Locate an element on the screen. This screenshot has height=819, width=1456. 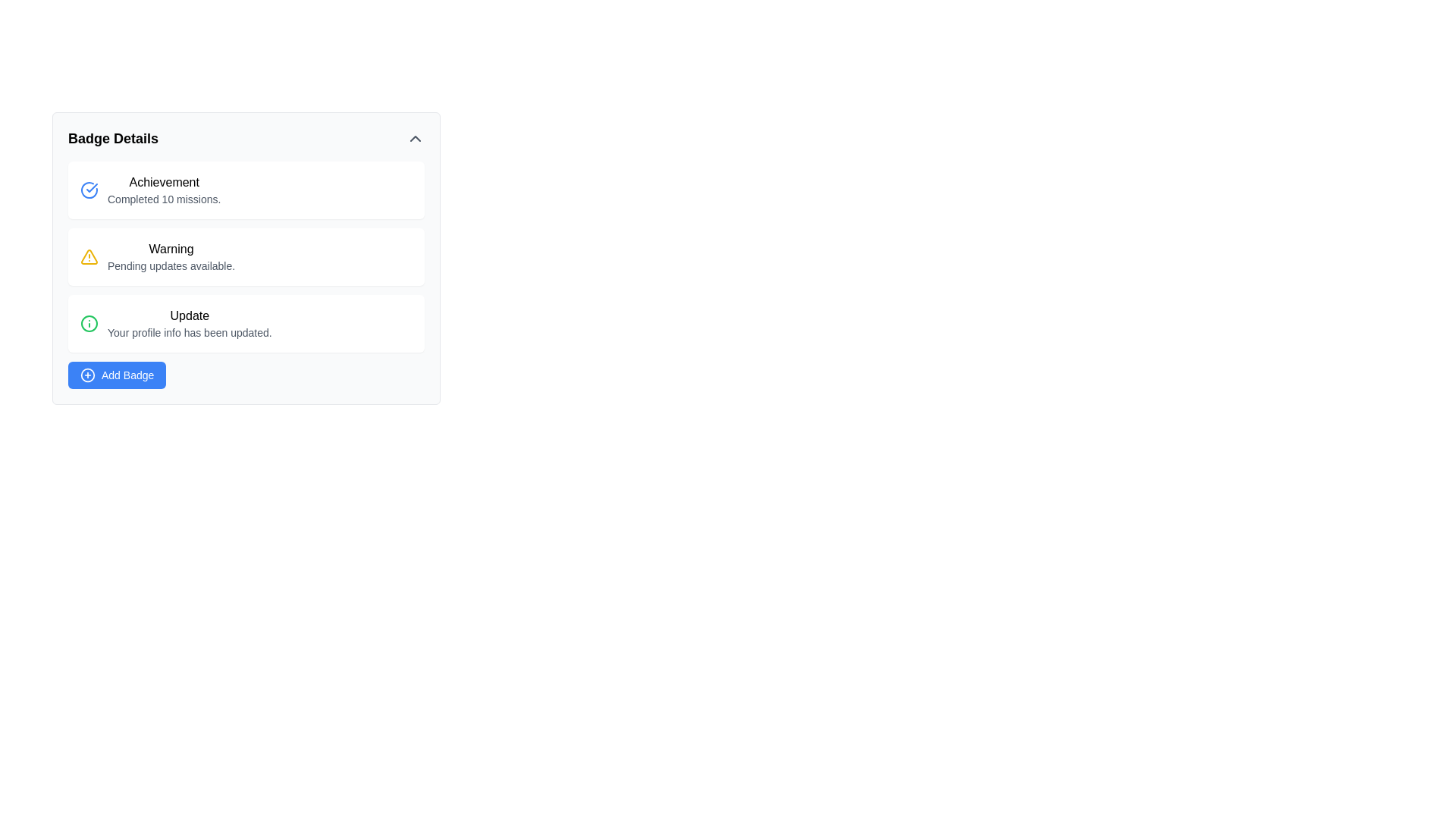
the text element that informs the user about pending updates, located in the 'Badge Details' section, directly below the 'Warning' label is located at coordinates (171, 265).